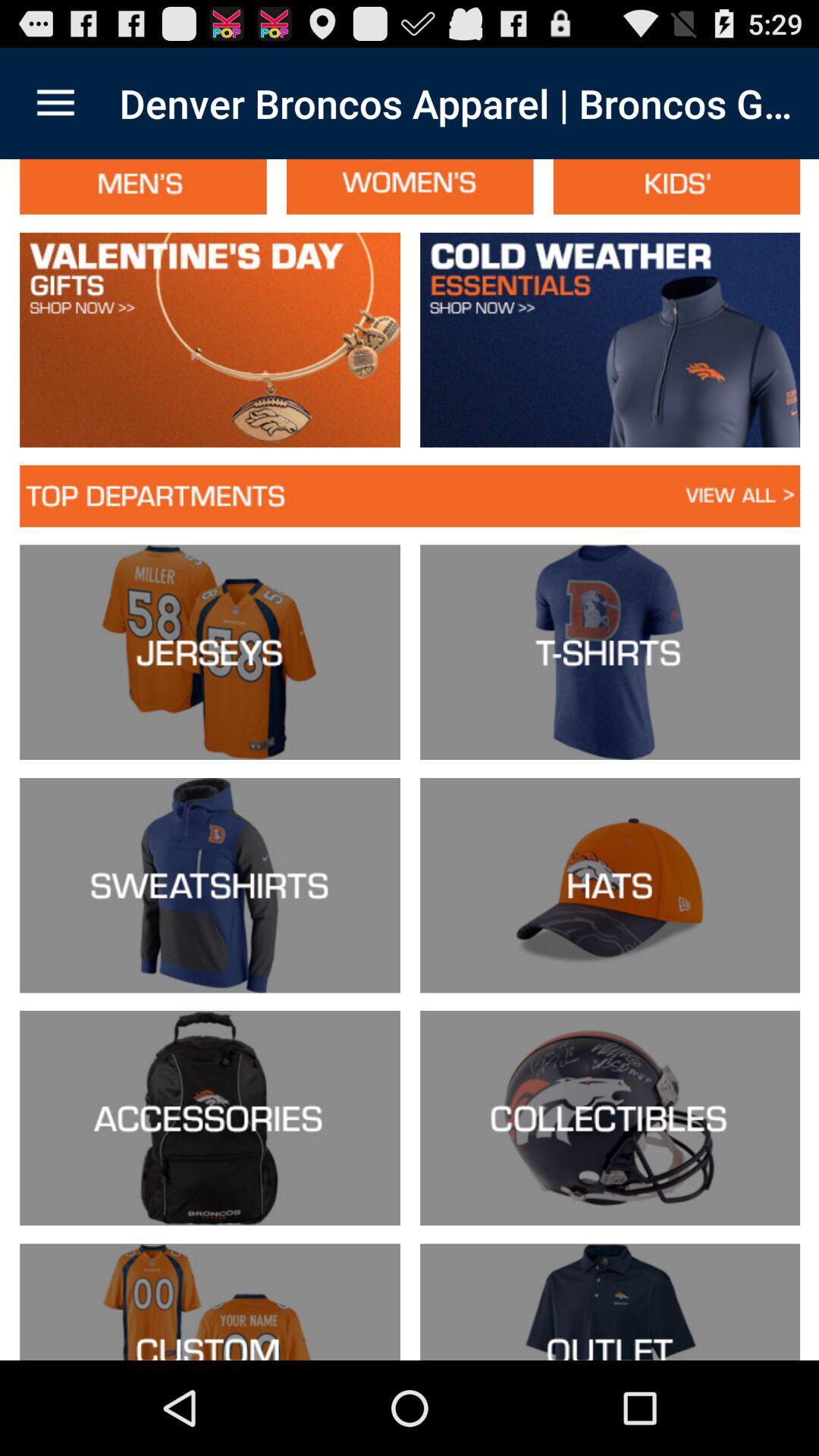  Describe the element at coordinates (55, 102) in the screenshot. I see `item next to denver broncos apparel item` at that location.